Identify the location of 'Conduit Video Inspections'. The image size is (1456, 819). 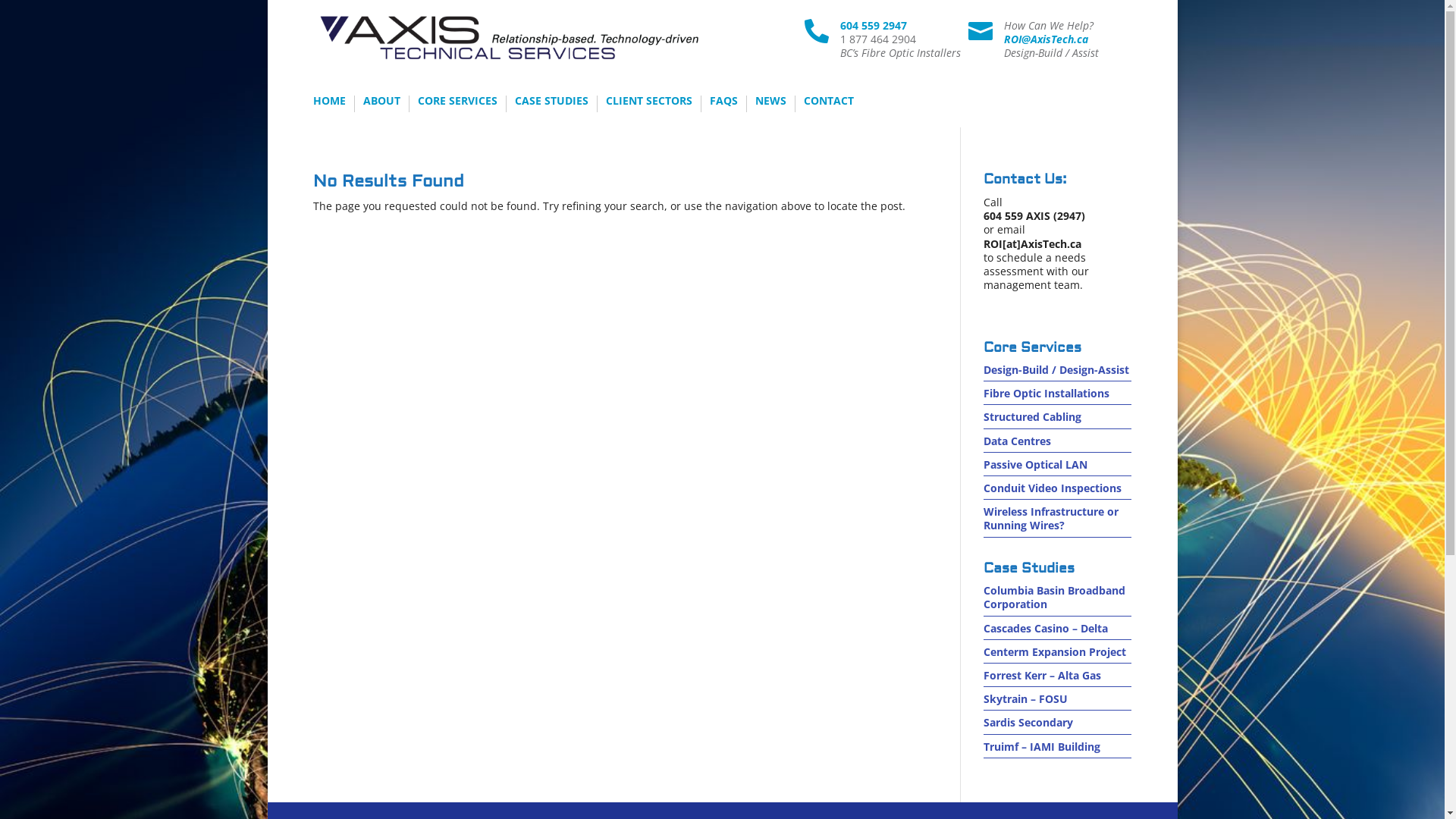
(1051, 488).